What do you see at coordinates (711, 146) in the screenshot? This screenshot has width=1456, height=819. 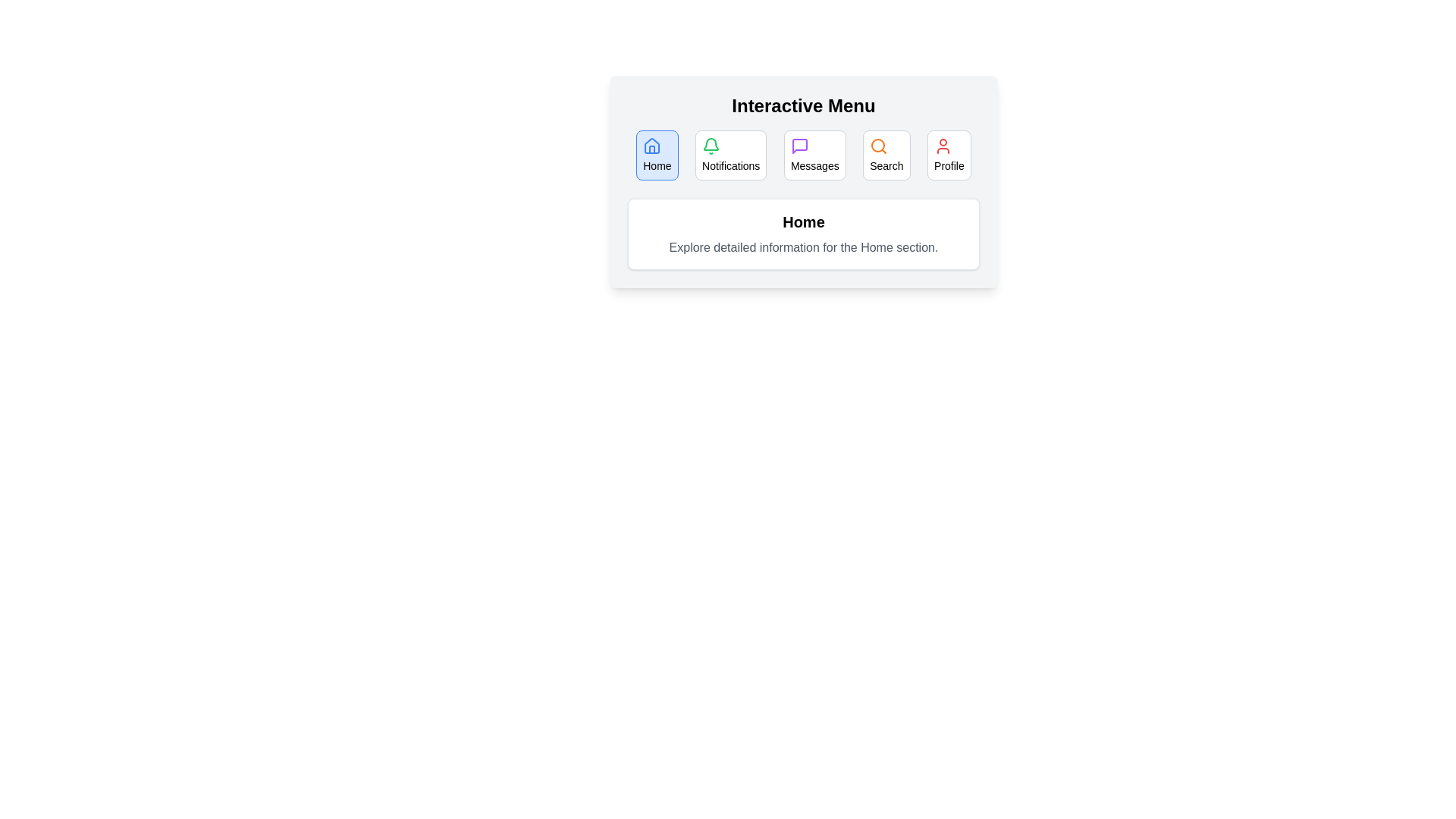 I see `the Notifications icon located in the top row of the interactive menu, which visually represents the notifications section` at bounding box center [711, 146].